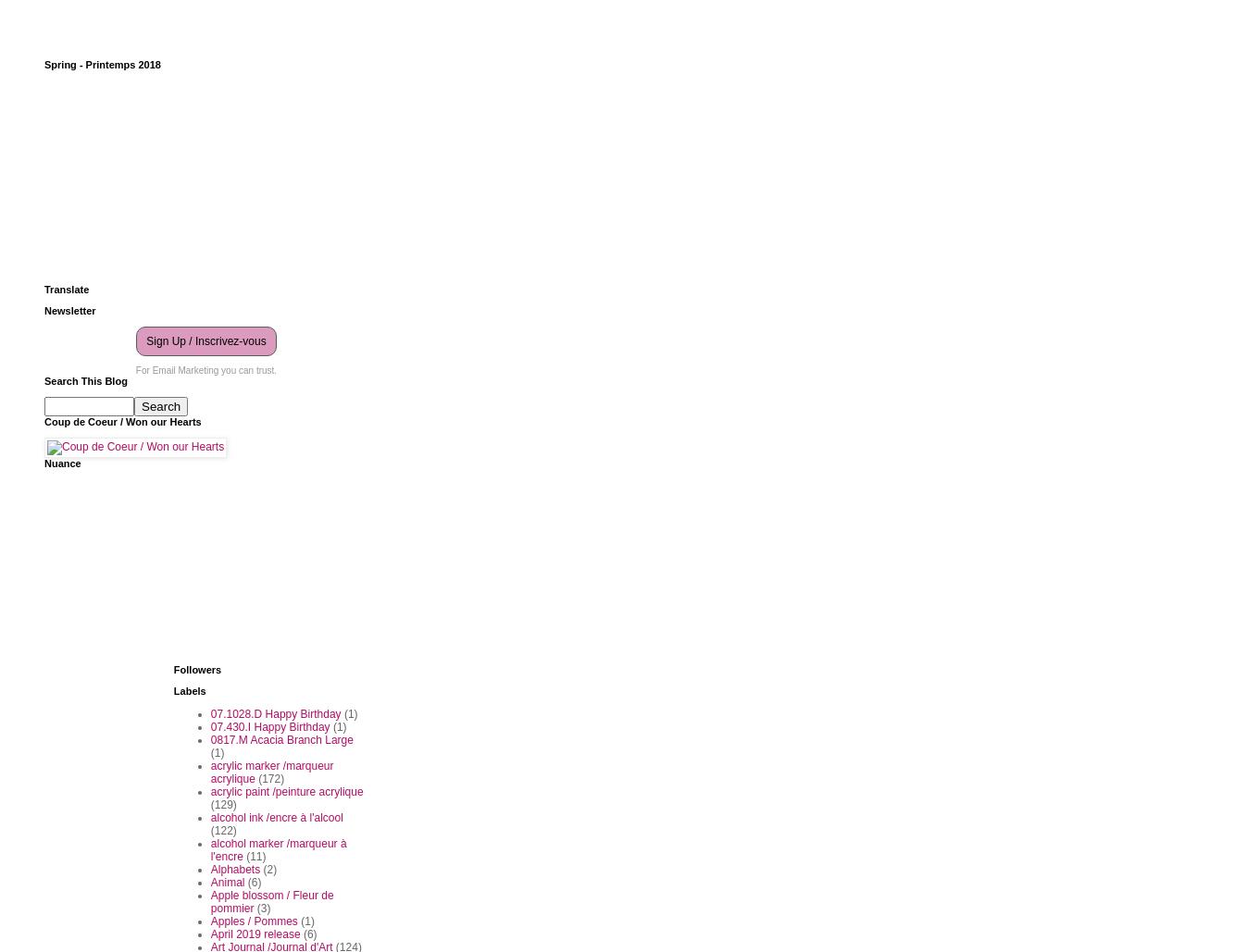 The image size is (1257, 952). I want to click on 'alcohol marker /marqueur à l'encre', so click(277, 848).